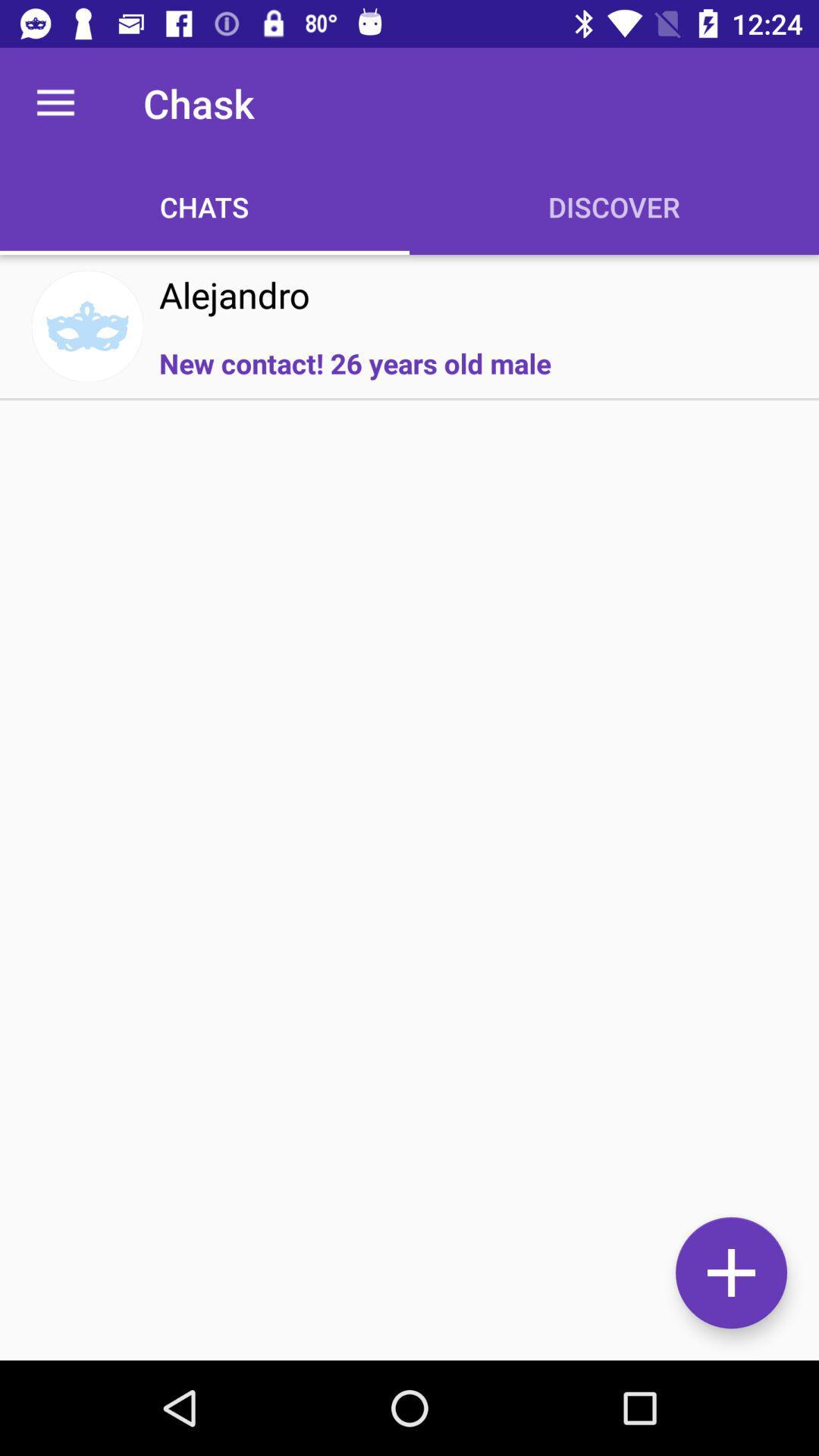 The image size is (819, 1456). I want to click on to add, so click(730, 1272).